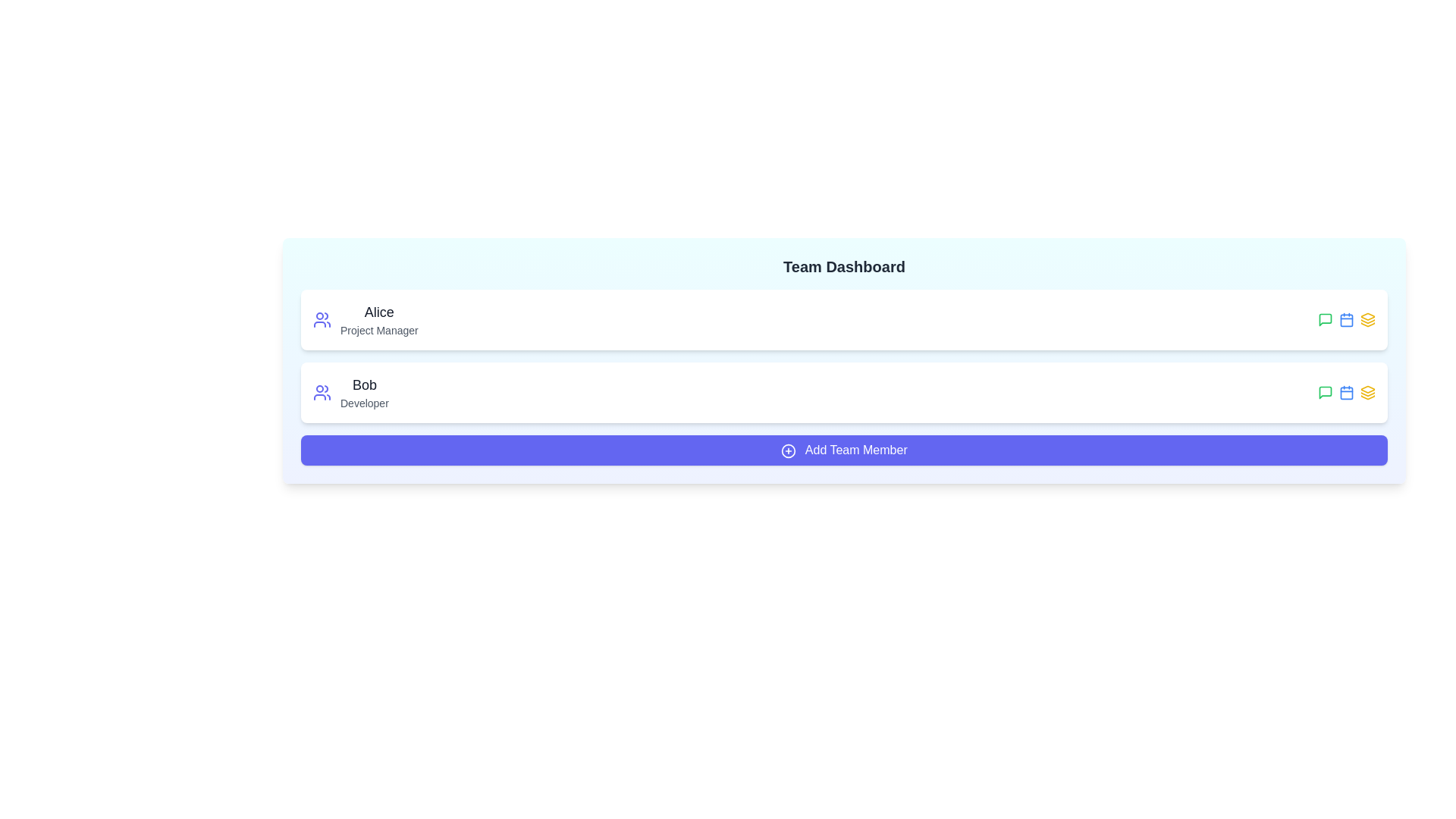 The height and width of the screenshot is (819, 1456). Describe the element at coordinates (322, 318) in the screenshot. I see `the indigo SVG icon representing a group of users located to the left of the text 'Alice' and 'Project Manager'` at that location.